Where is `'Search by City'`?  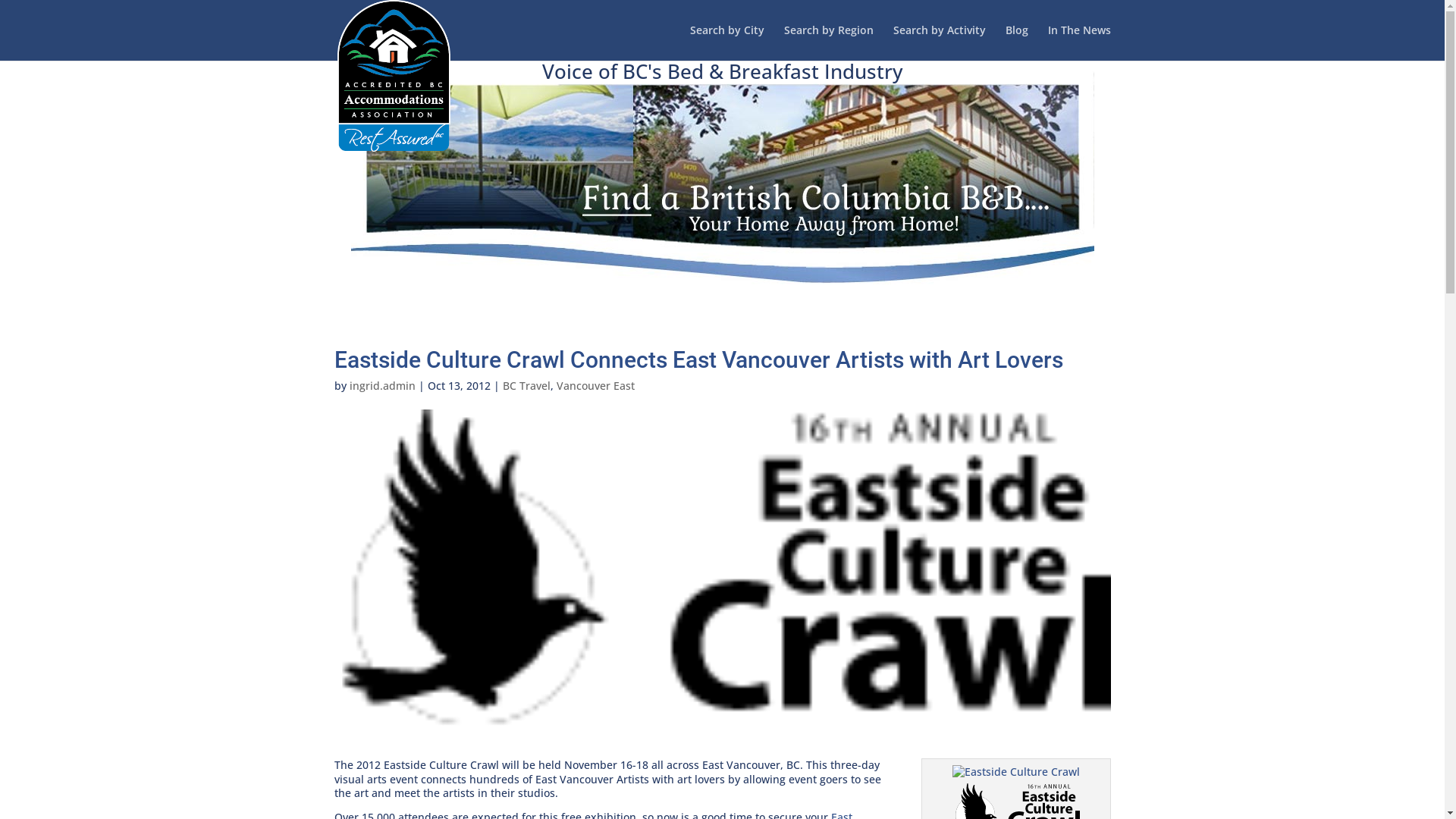
'Search by City' is located at coordinates (689, 42).